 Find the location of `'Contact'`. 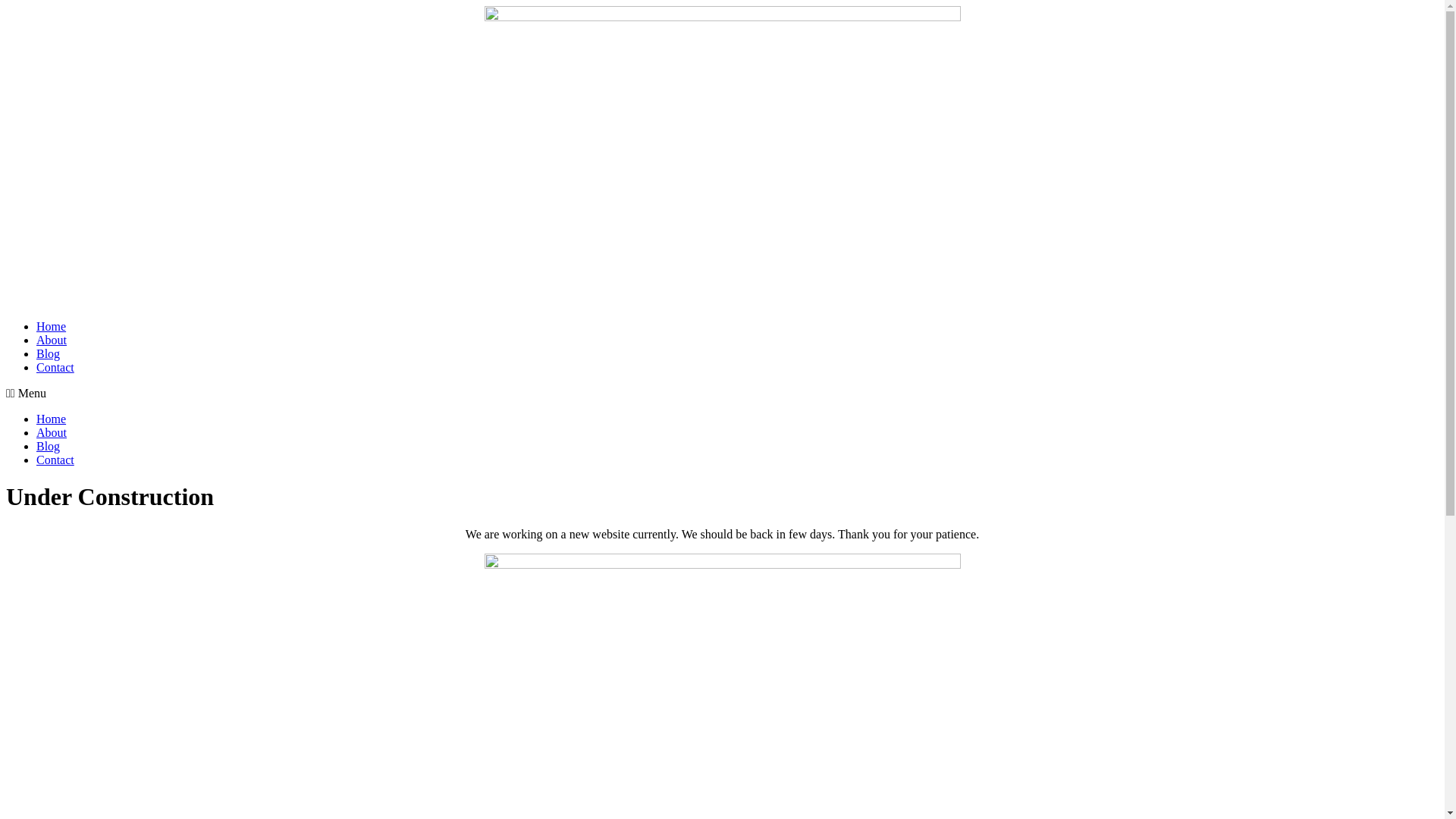

'Contact' is located at coordinates (55, 459).